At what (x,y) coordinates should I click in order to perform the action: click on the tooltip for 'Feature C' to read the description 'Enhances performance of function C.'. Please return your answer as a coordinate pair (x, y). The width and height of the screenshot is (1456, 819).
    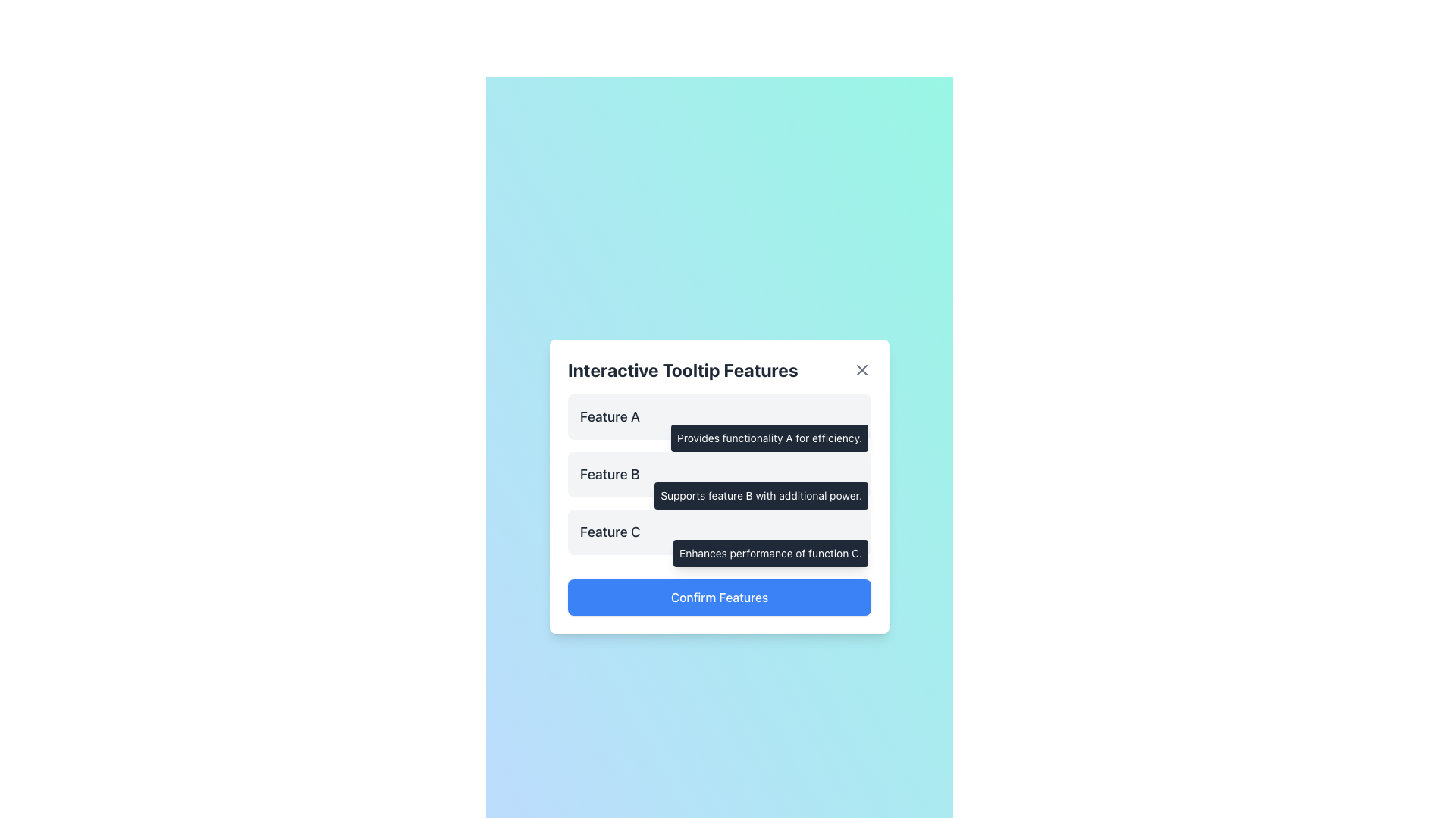
    Looking at the image, I should click on (719, 532).